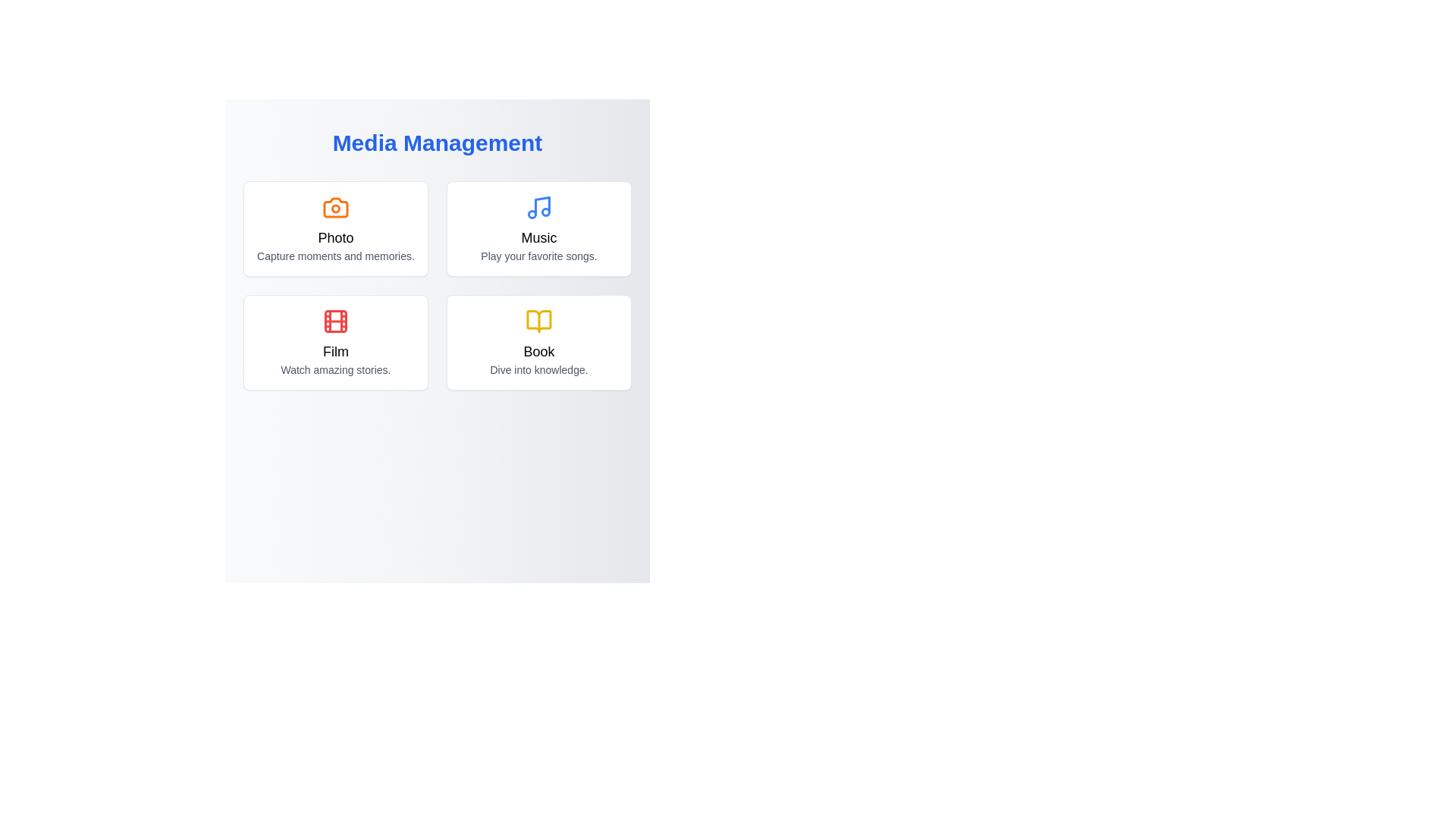 The width and height of the screenshot is (1456, 819). I want to click on the third card in the bottom-left corner of the 2x2 grid, so click(334, 342).